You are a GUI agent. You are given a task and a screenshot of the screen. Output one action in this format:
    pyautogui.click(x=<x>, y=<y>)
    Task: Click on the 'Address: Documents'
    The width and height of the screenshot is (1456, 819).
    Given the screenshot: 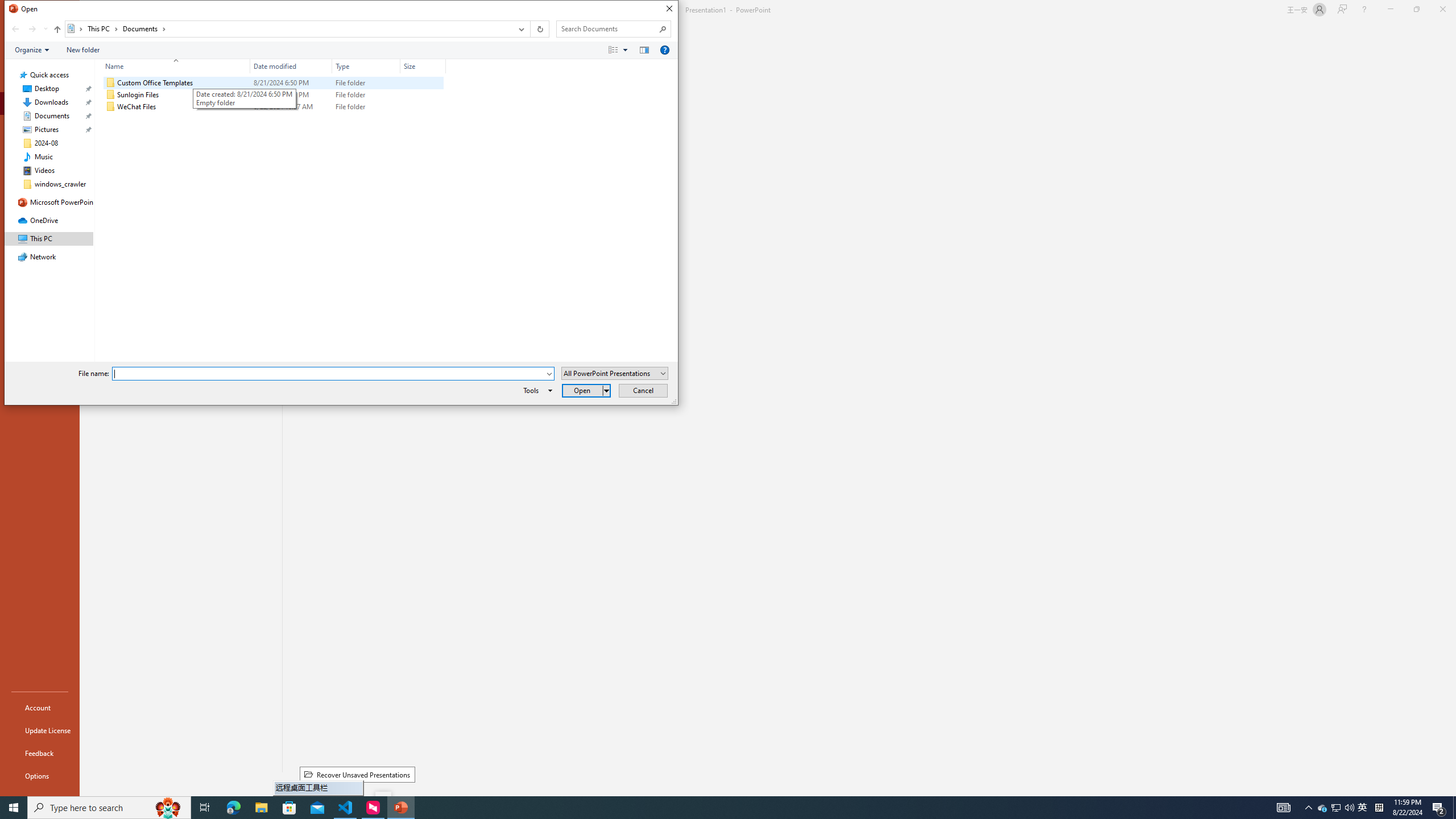 What is the action you would take?
    pyautogui.click(x=287, y=28)
    